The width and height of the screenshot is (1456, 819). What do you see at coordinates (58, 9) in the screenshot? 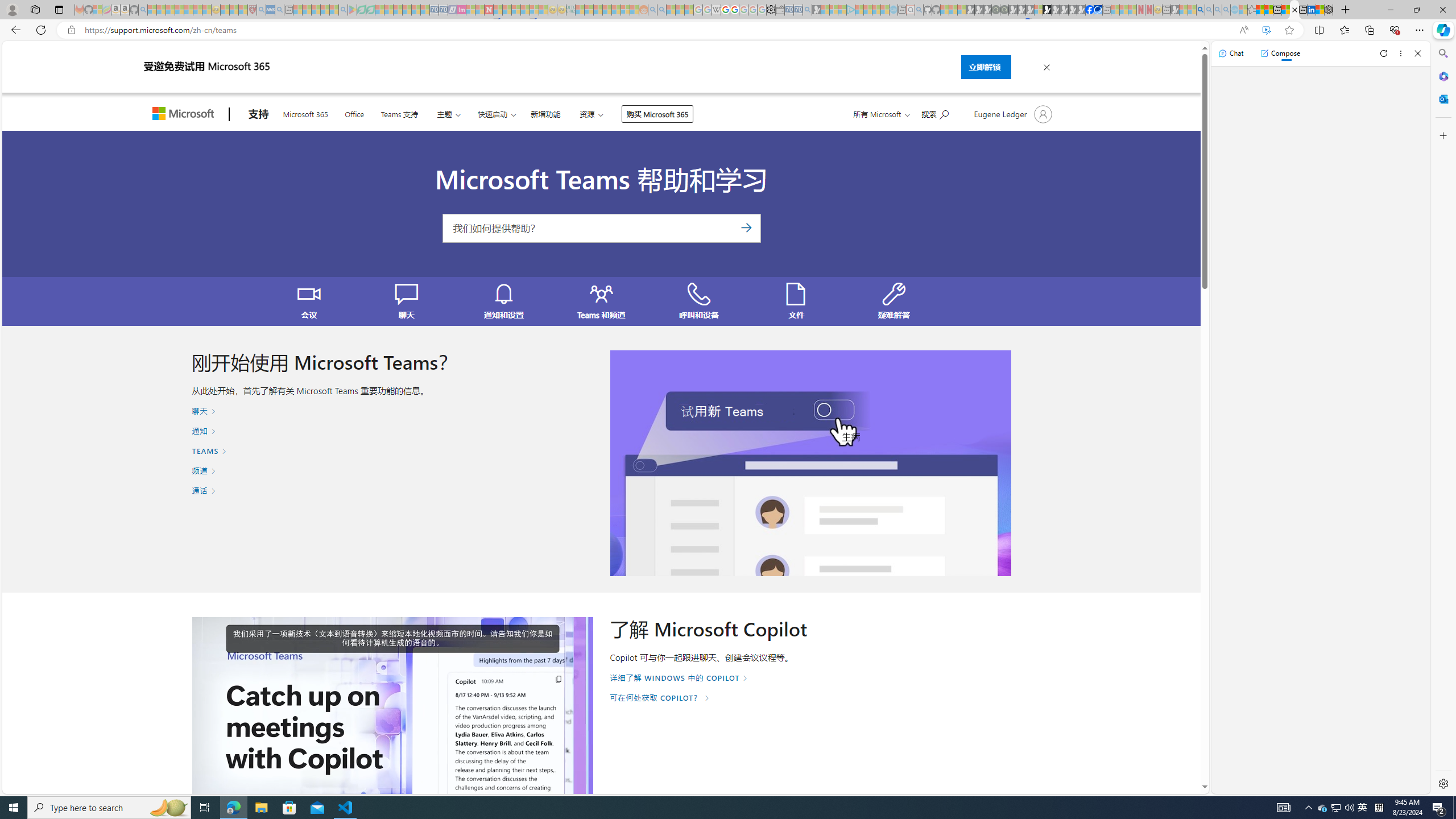
I see `'Tab actions menu'` at bounding box center [58, 9].